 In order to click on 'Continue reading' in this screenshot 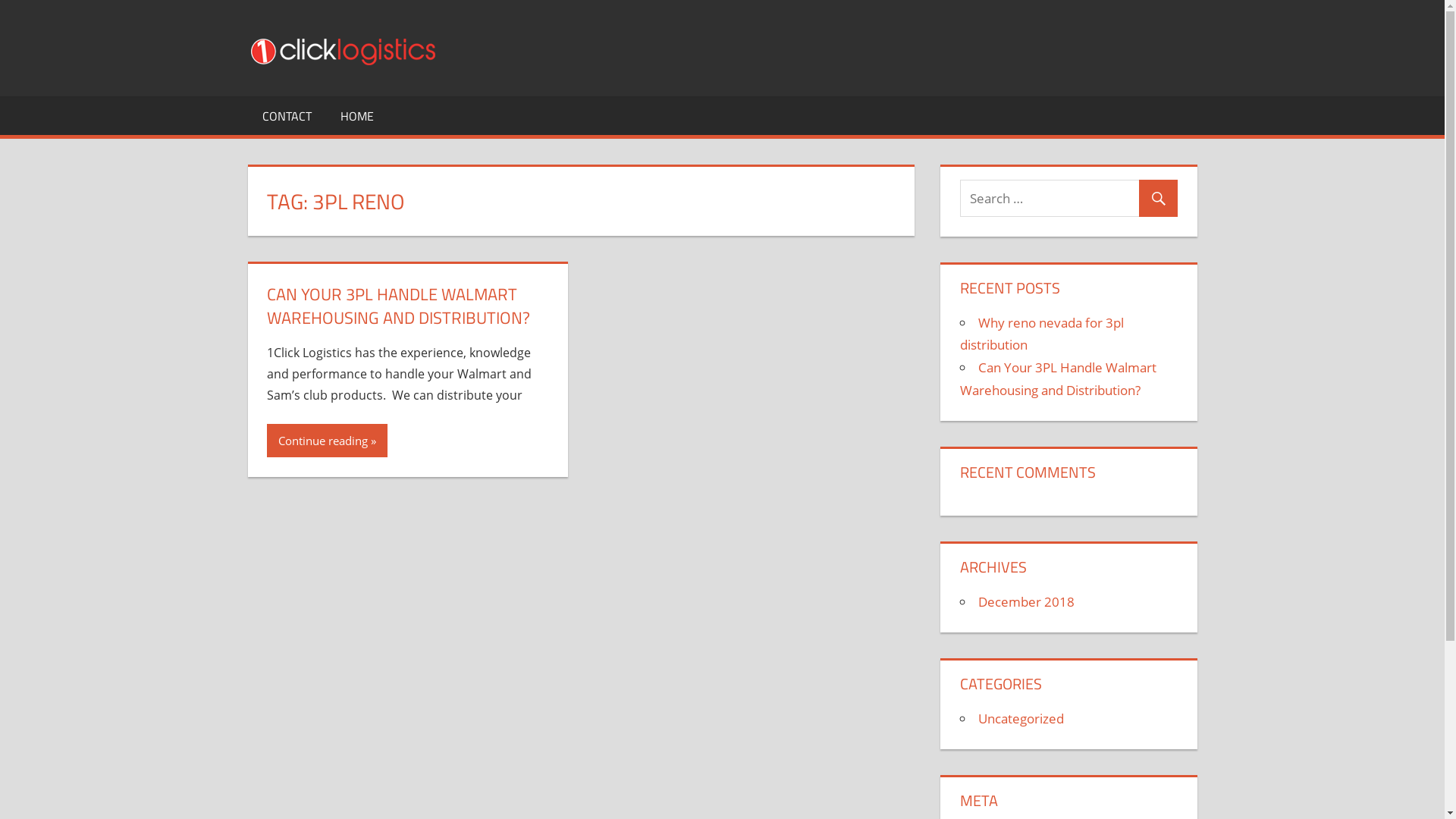, I will do `click(326, 441)`.